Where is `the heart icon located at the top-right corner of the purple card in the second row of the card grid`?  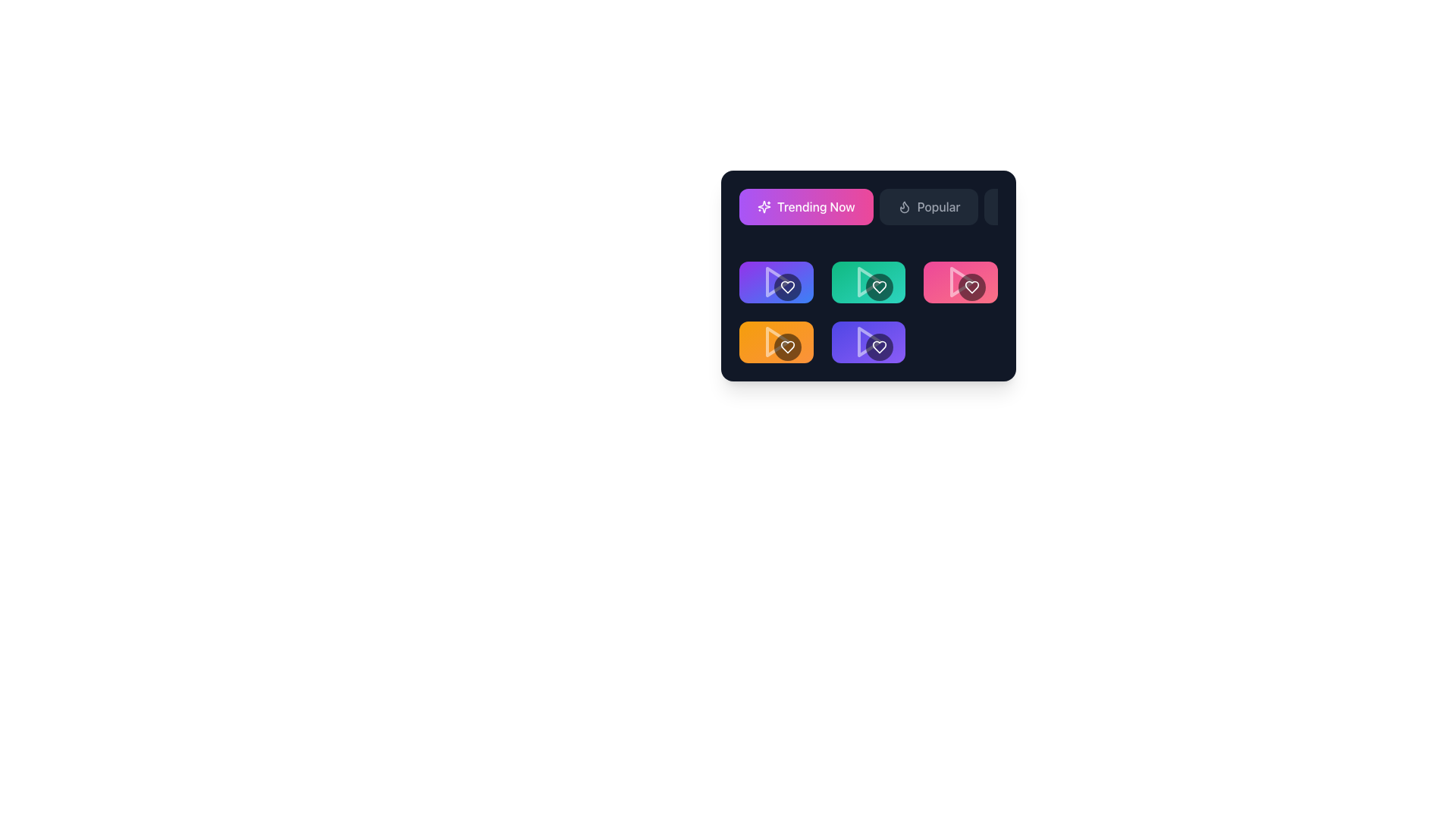
the heart icon located at the top-right corner of the purple card in the second row of the card grid is located at coordinates (880, 346).